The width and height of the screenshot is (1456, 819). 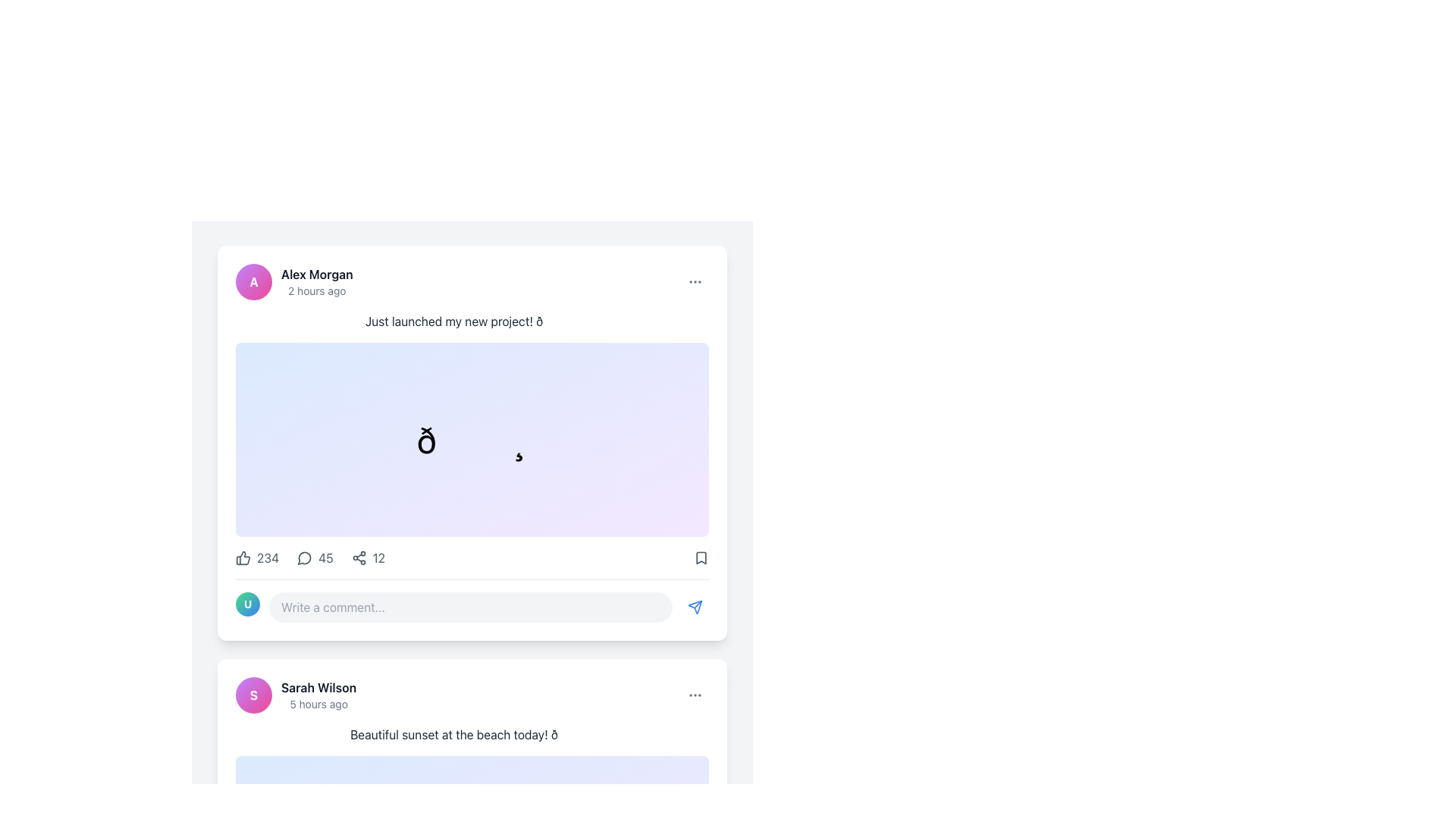 I want to click on the options menu trigger button located in the top-right corner of the post card, so click(x=694, y=281).